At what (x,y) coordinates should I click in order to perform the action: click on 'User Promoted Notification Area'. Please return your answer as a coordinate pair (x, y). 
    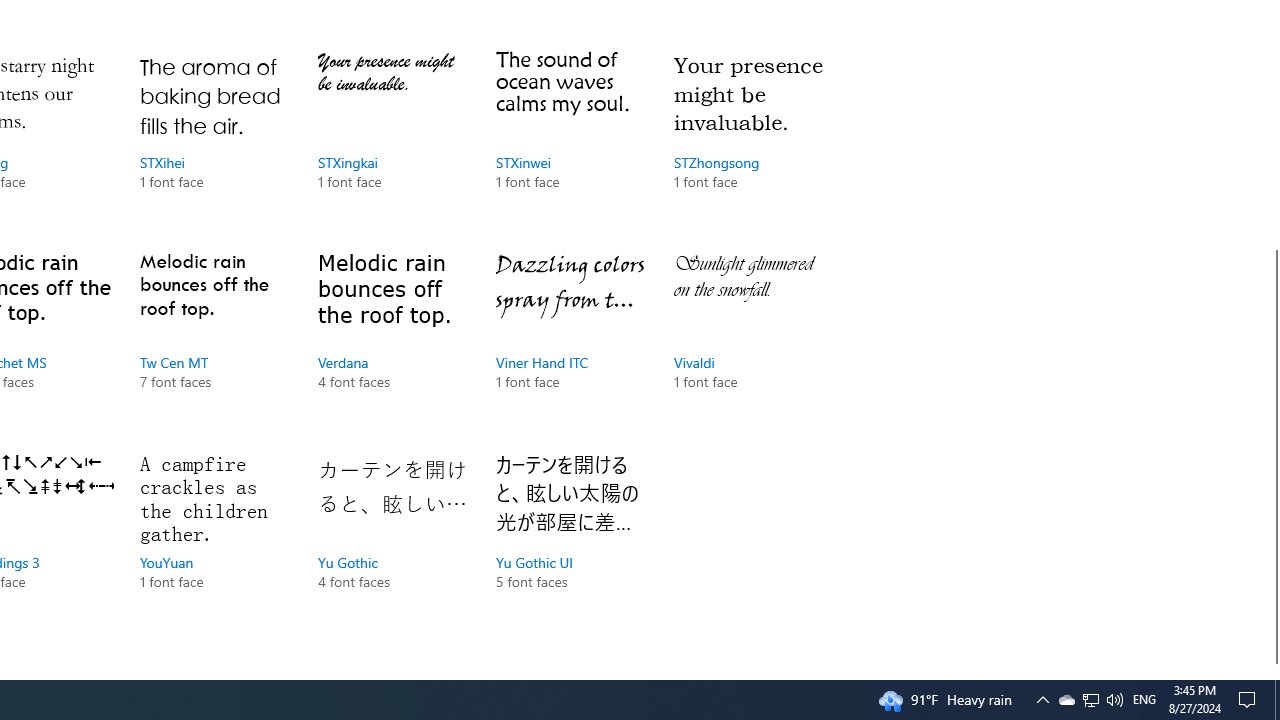
    Looking at the image, I should click on (1089, 698).